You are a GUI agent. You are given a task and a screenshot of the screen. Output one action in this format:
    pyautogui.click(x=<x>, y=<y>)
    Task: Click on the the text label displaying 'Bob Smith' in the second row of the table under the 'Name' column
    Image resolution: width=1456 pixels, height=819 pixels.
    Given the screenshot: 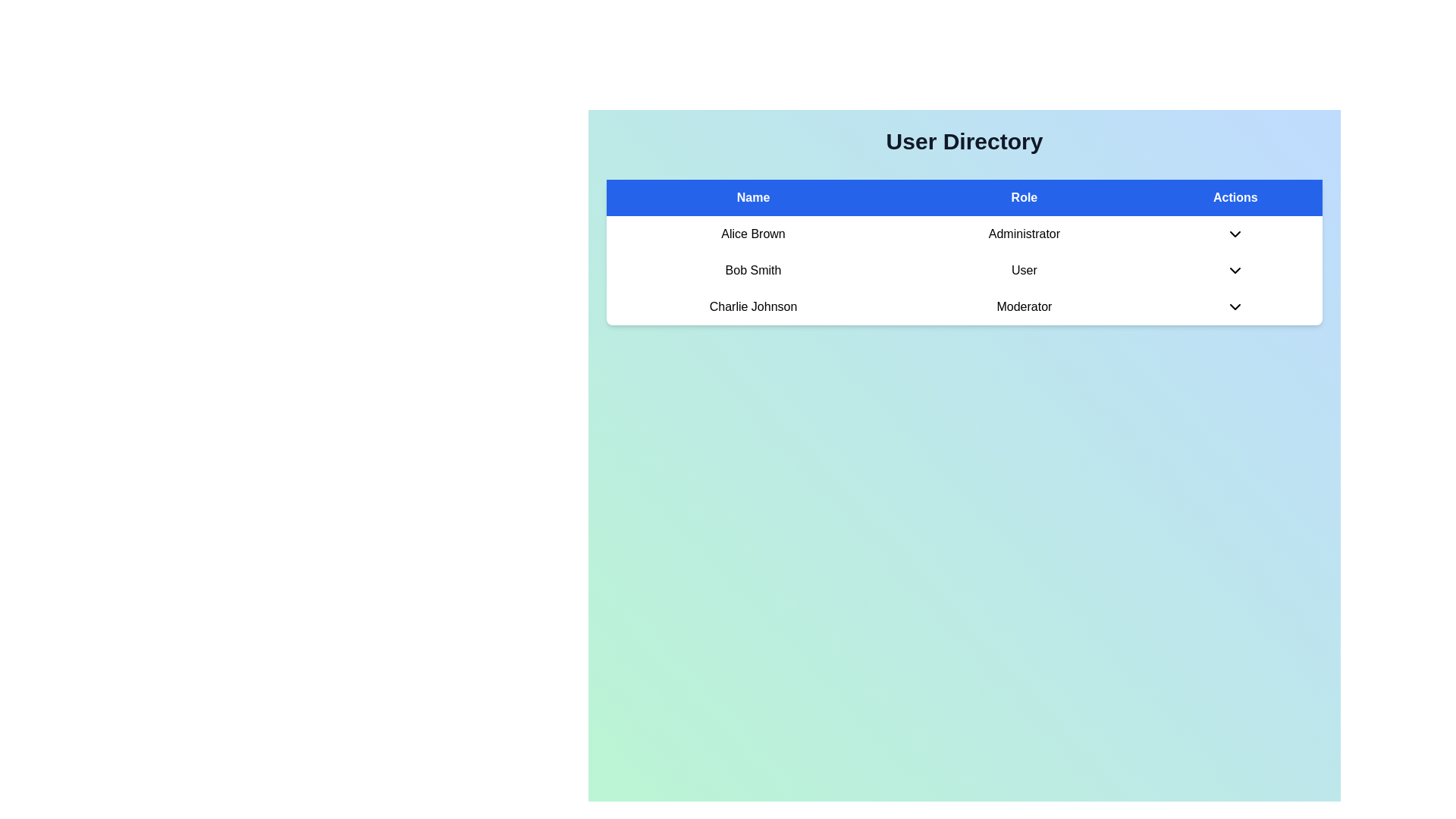 What is the action you would take?
    pyautogui.click(x=753, y=270)
    